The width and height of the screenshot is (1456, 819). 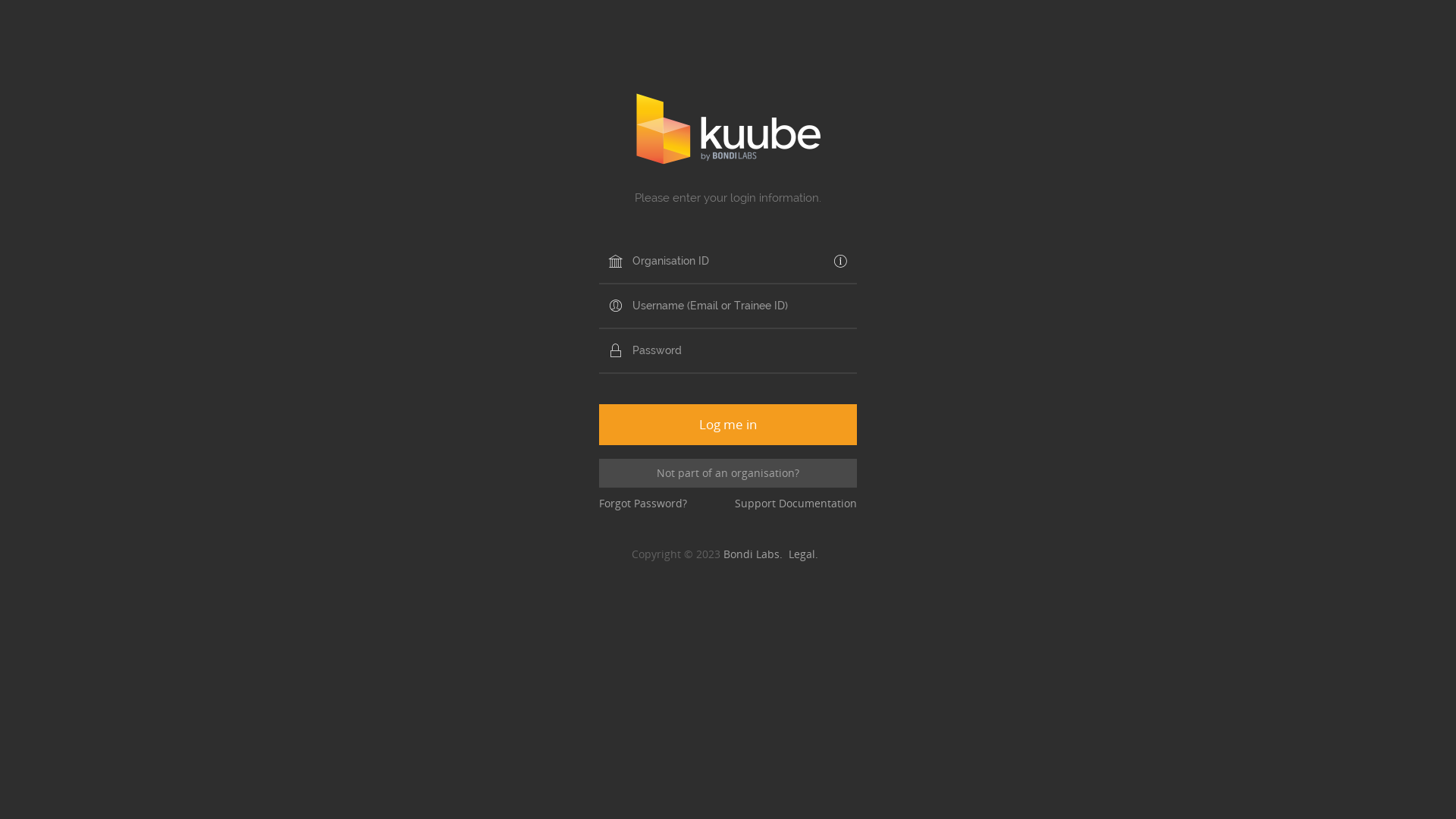 I want to click on 'Not part of an organisation?', so click(x=728, y=472).